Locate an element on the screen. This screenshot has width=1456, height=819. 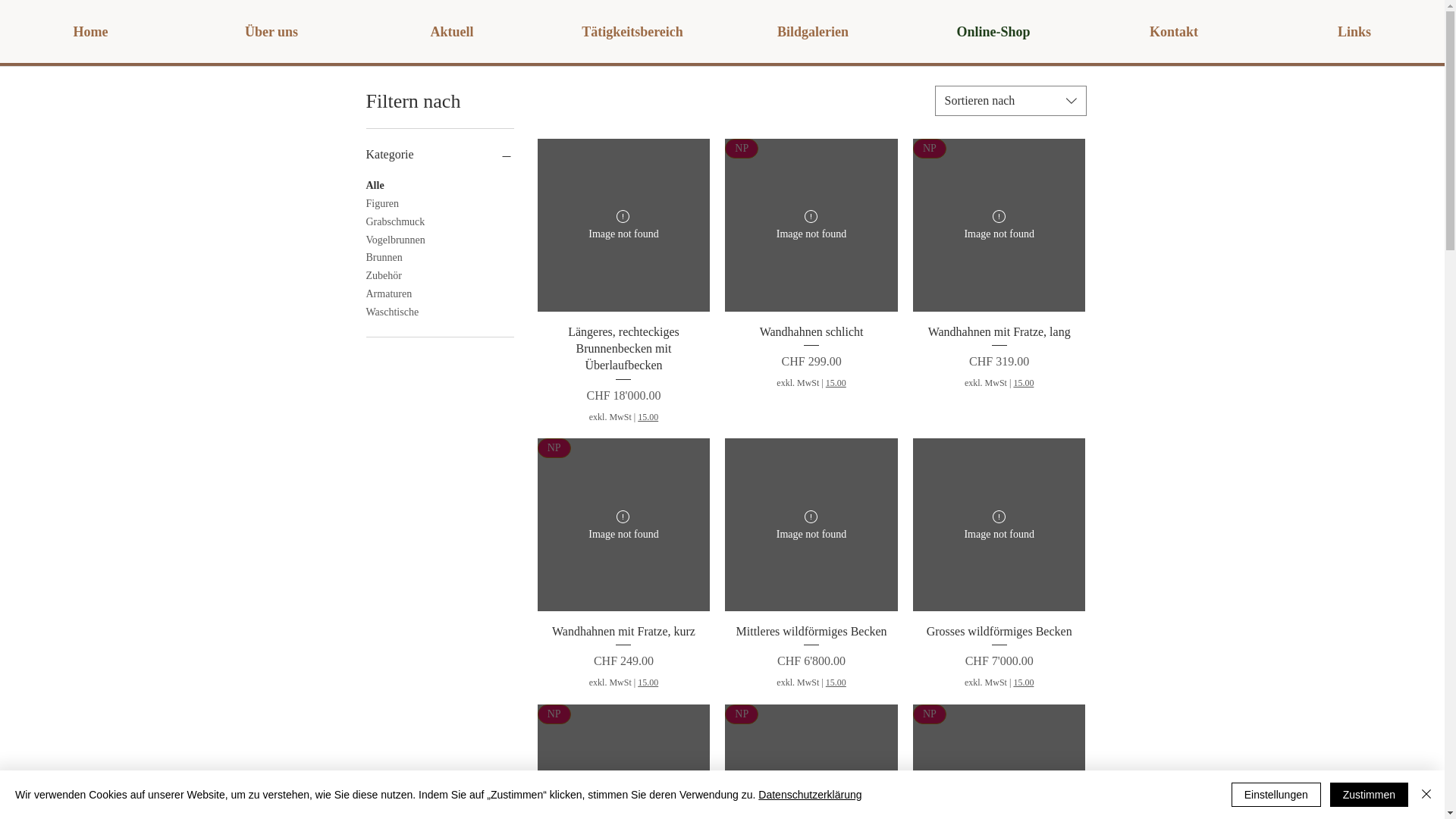
'Bildgalerien' is located at coordinates (811, 32).